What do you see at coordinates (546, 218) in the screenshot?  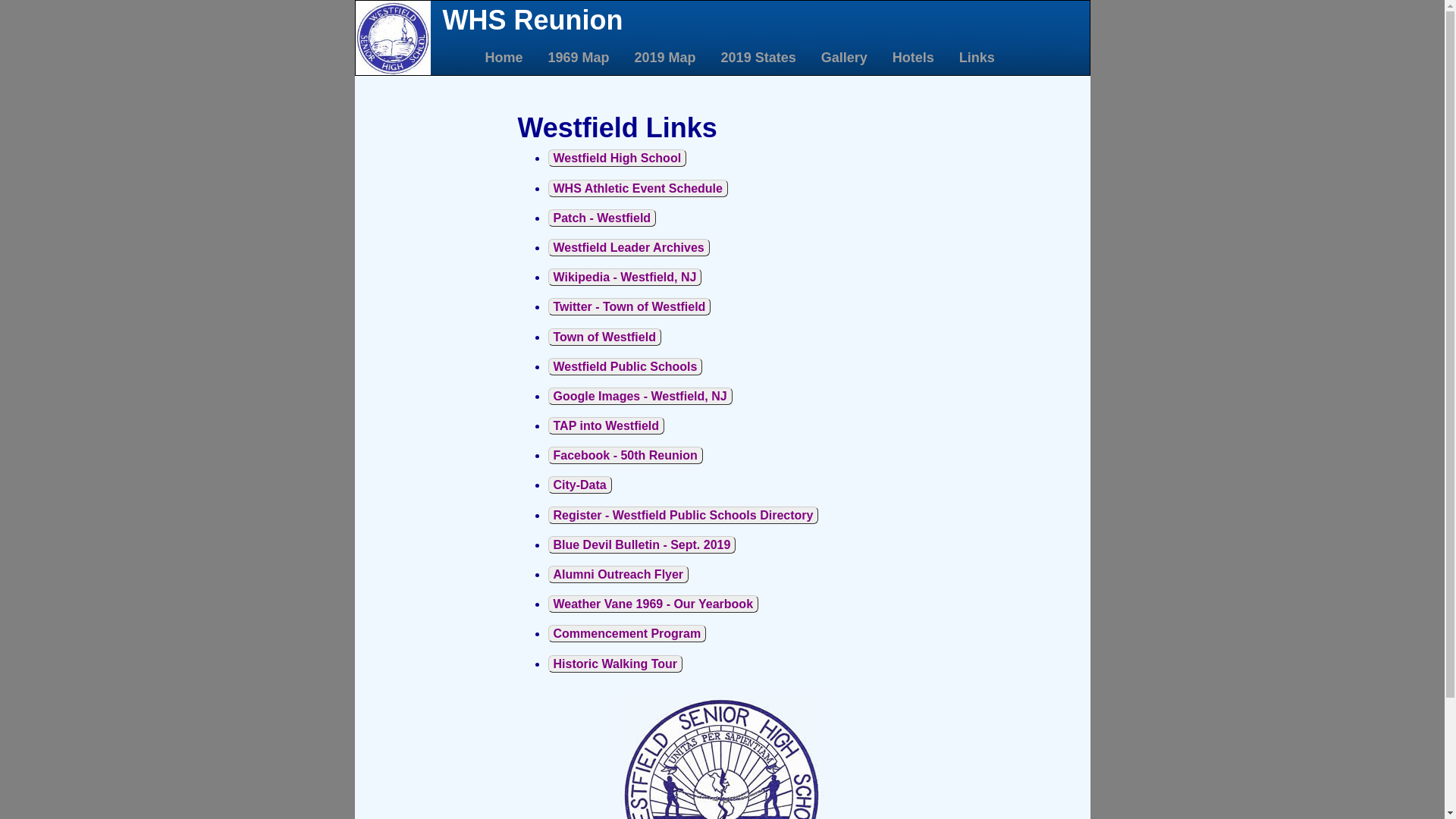 I see `'Patch - Westfield'` at bounding box center [546, 218].